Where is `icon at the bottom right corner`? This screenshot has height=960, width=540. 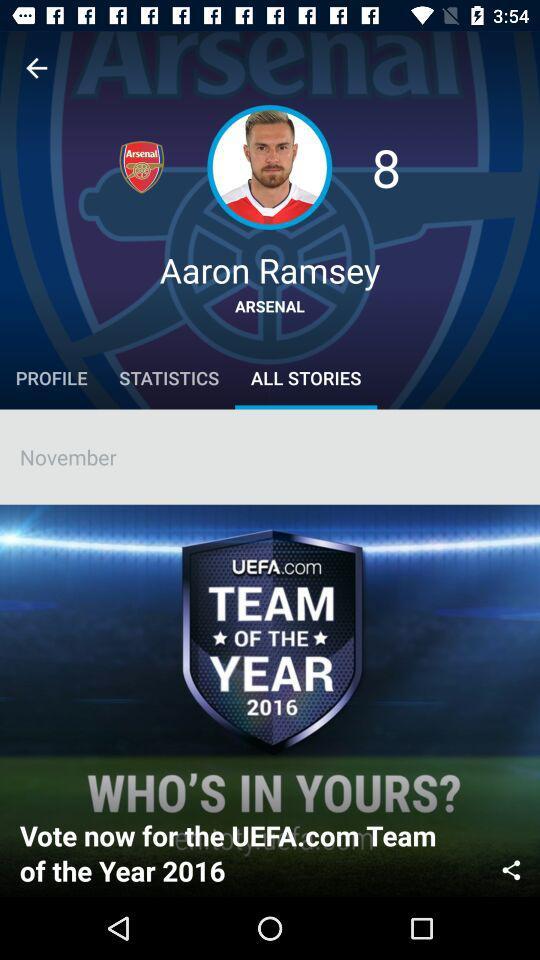
icon at the bottom right corner is located at coordinates (511, 867).